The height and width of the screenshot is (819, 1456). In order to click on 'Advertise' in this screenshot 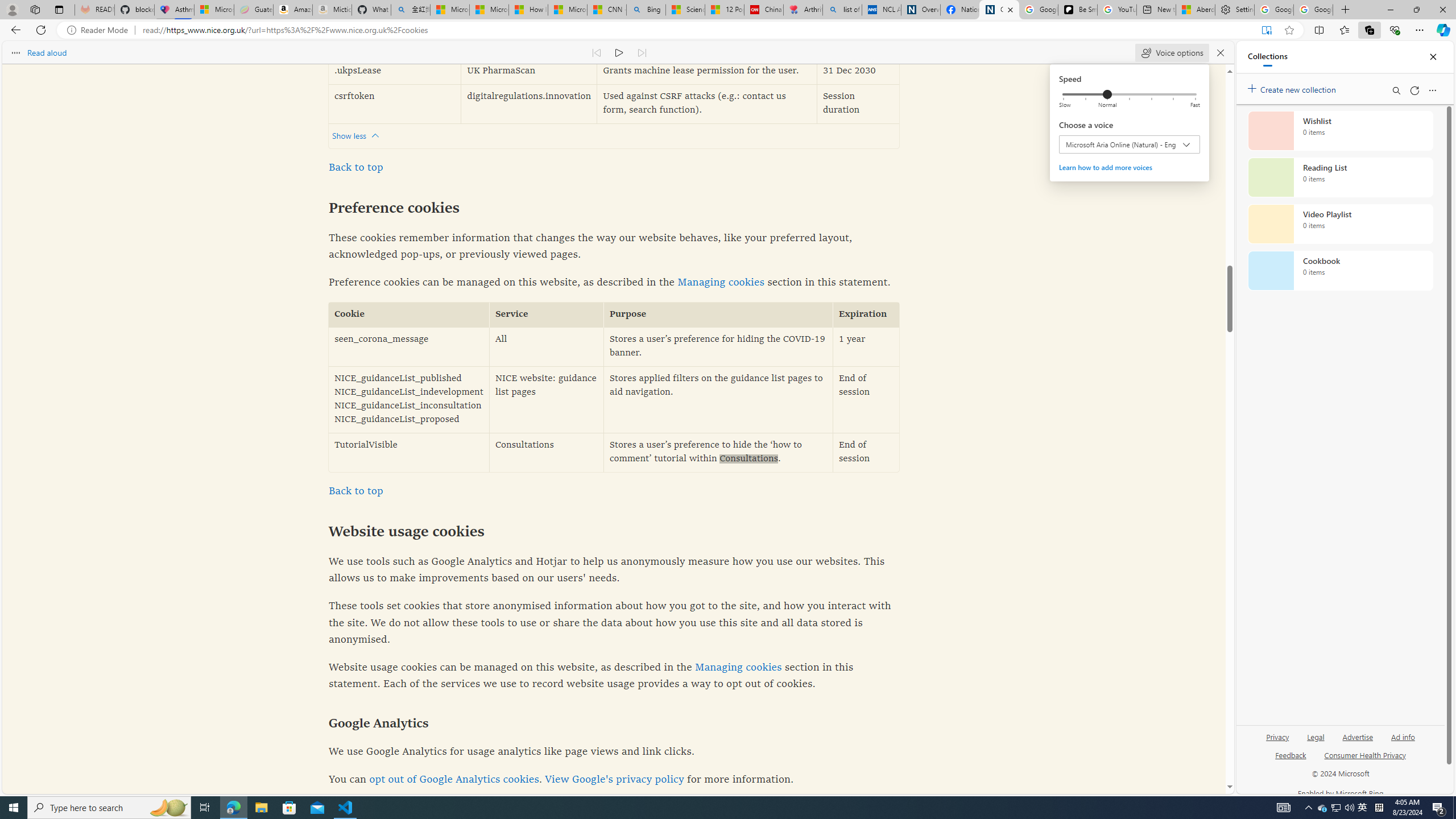, I will do `click(1358, 741)`.